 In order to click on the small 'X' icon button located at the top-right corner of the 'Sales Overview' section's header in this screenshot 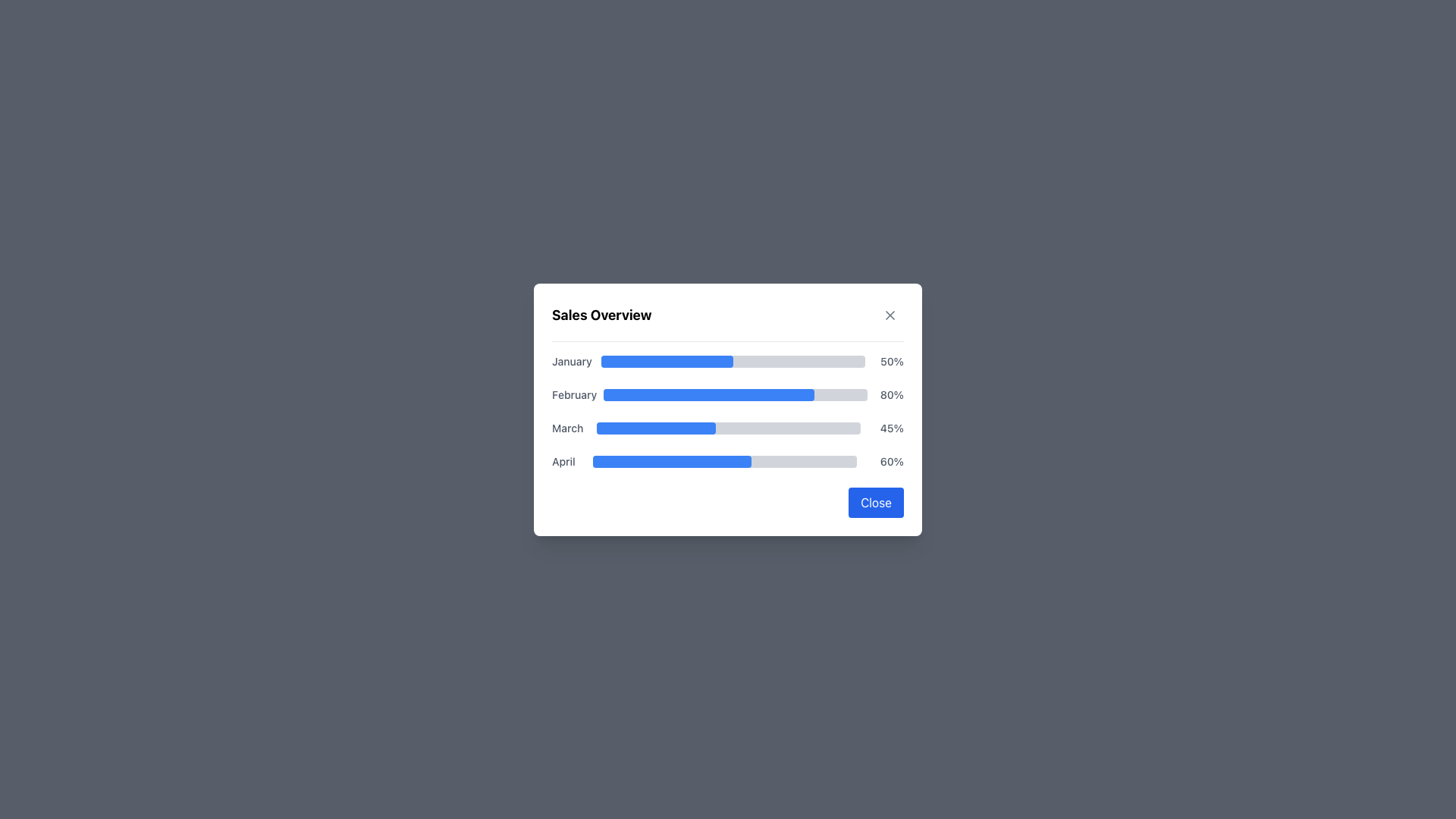, I will do `click(890, 314)`.